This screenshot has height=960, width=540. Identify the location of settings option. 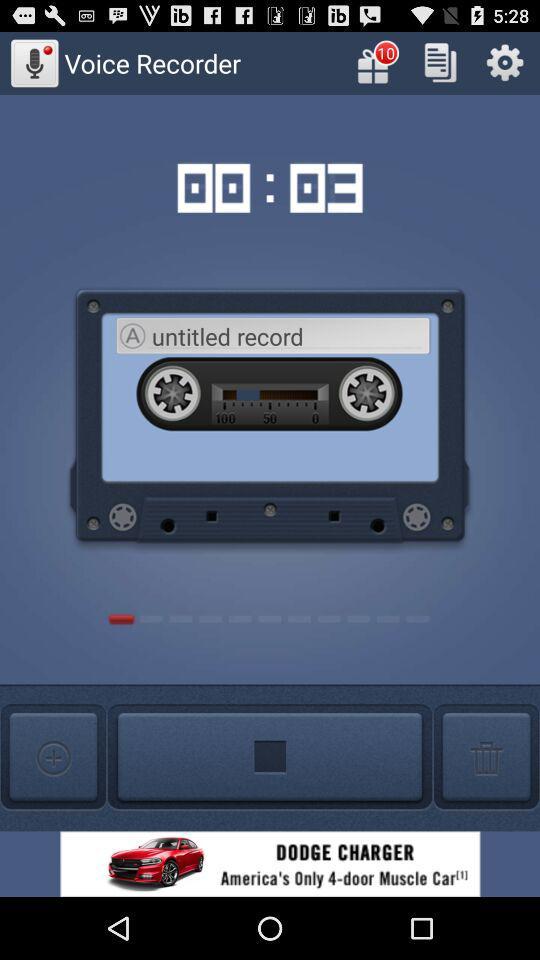
(504, 62).